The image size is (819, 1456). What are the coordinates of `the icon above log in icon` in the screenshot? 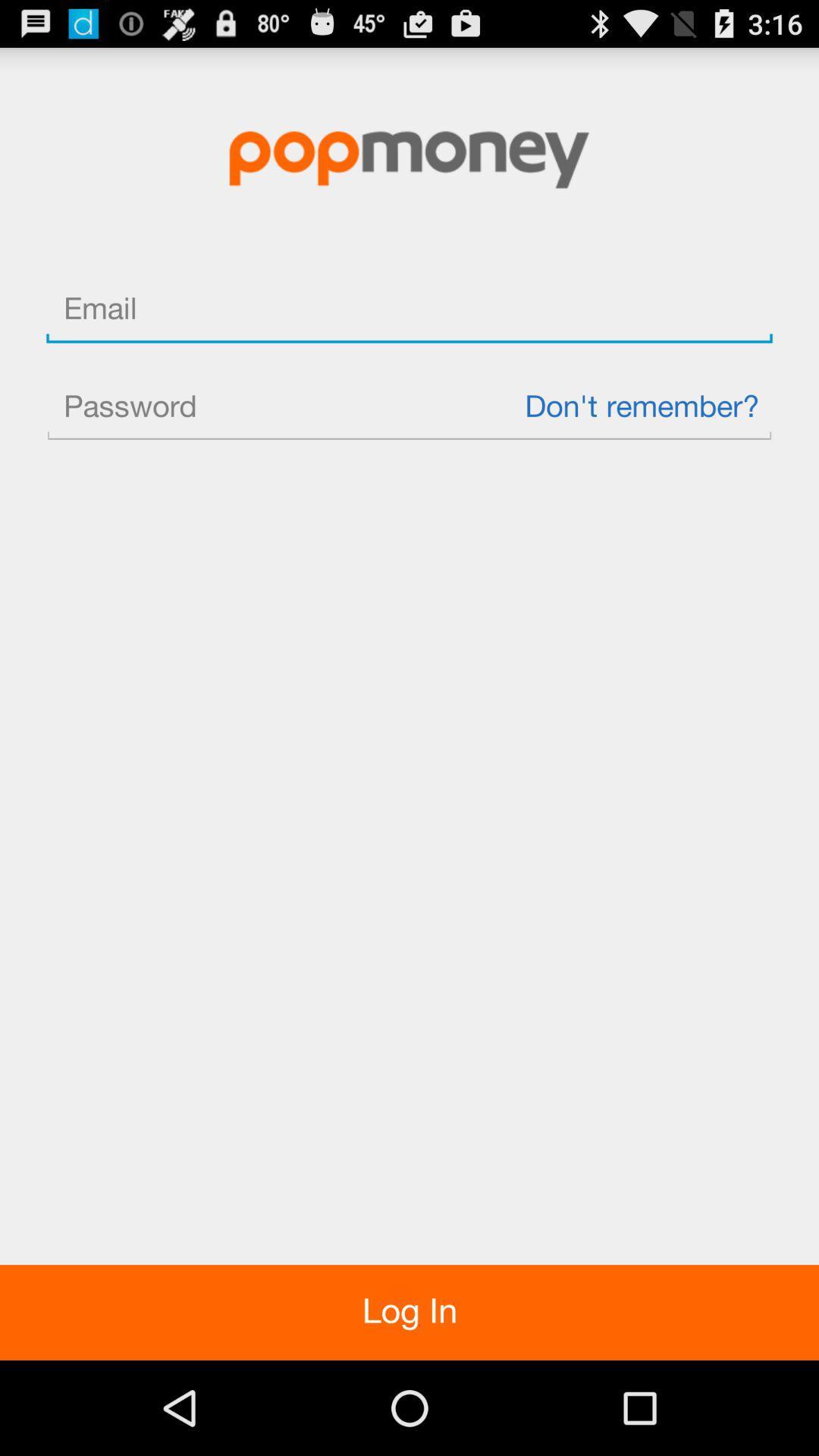 It's located at (409, 408).